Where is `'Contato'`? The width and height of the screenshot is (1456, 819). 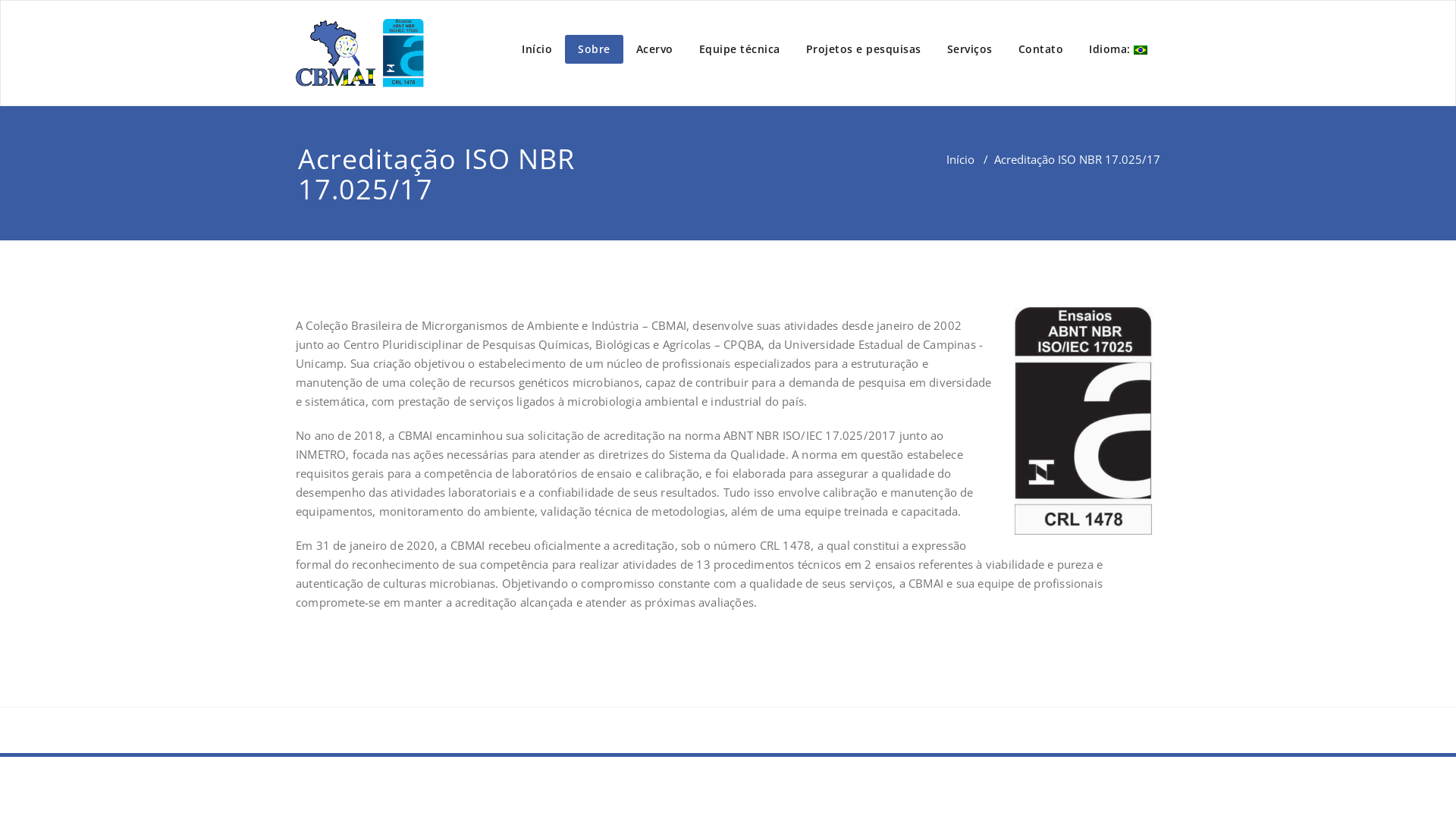
'Contato' is located at coordinates (1040, 49).